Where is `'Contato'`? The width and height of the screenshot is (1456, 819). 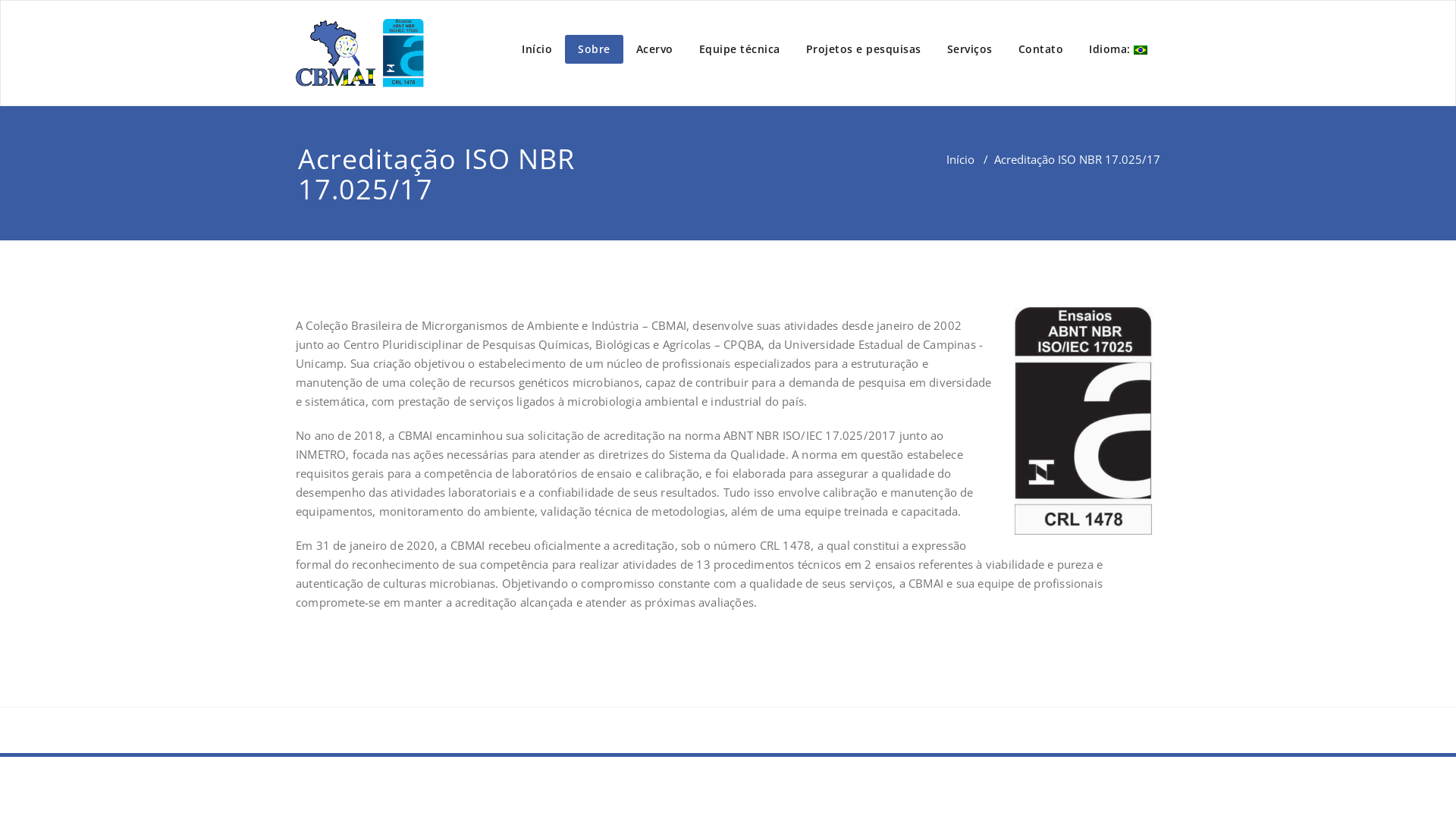
'Contato' is located at coordinates (1040, 49).